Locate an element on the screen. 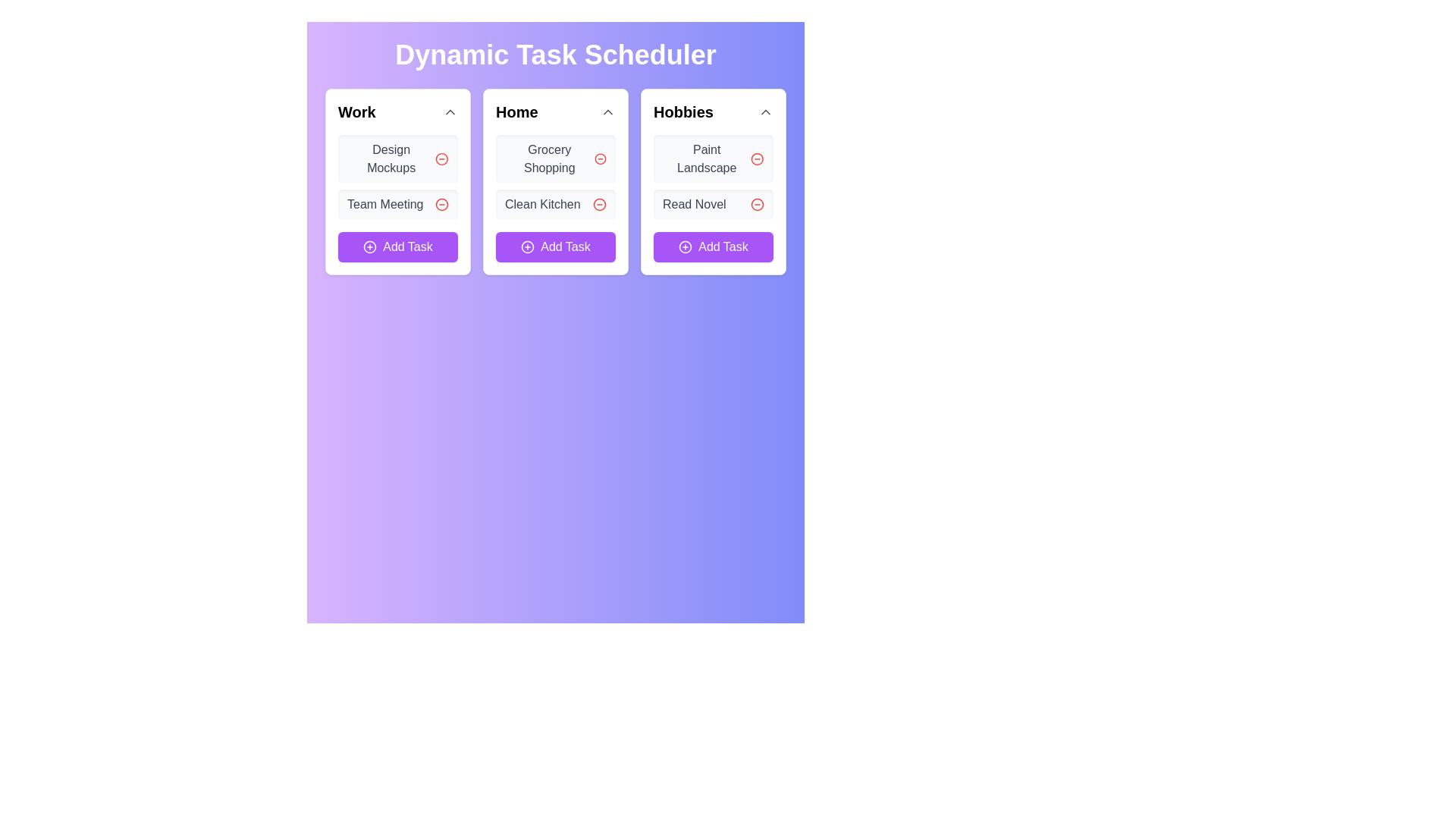 The width and height of the screenshot is (1456, 819). the task entry component labeled 'Clean Kitchen' is located at coordinates (555, 205).